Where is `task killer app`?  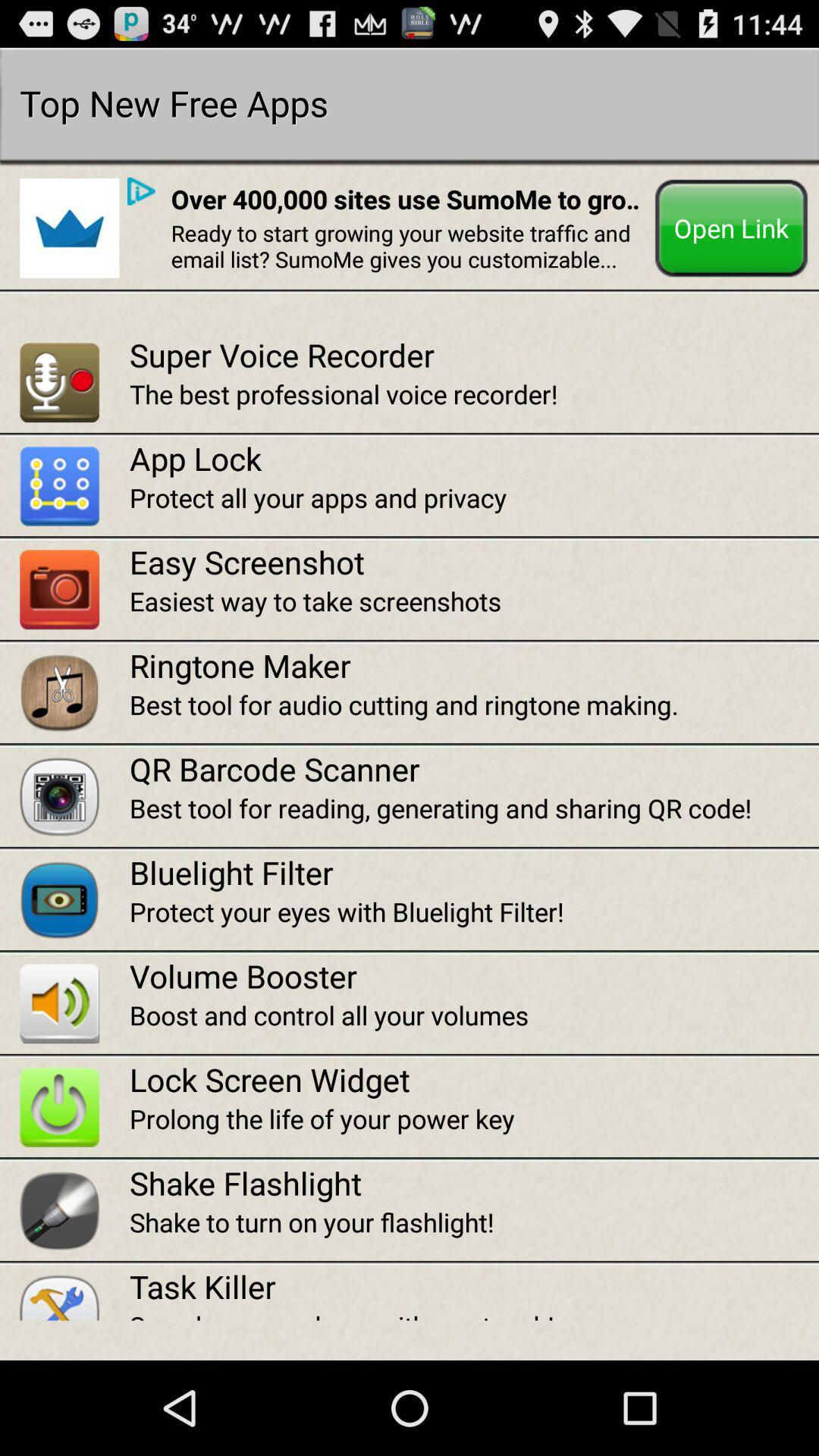
task killer app is located at coordinates (473, 1285).